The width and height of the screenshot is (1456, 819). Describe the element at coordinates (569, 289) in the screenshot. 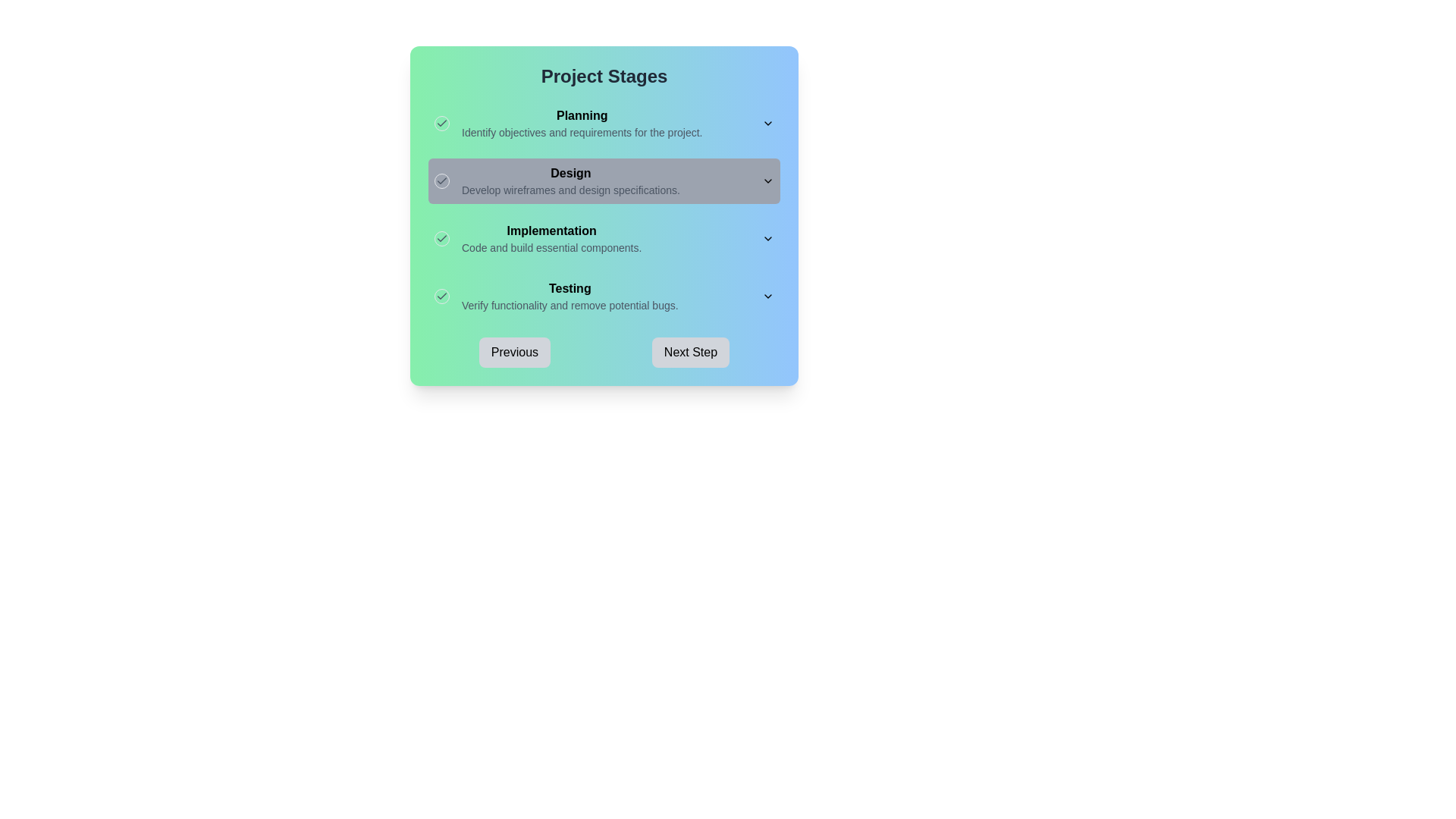

I see `the Static text label indicating the current stage in the 'Testing' section, which is positioned above the descriptive text` at that location.